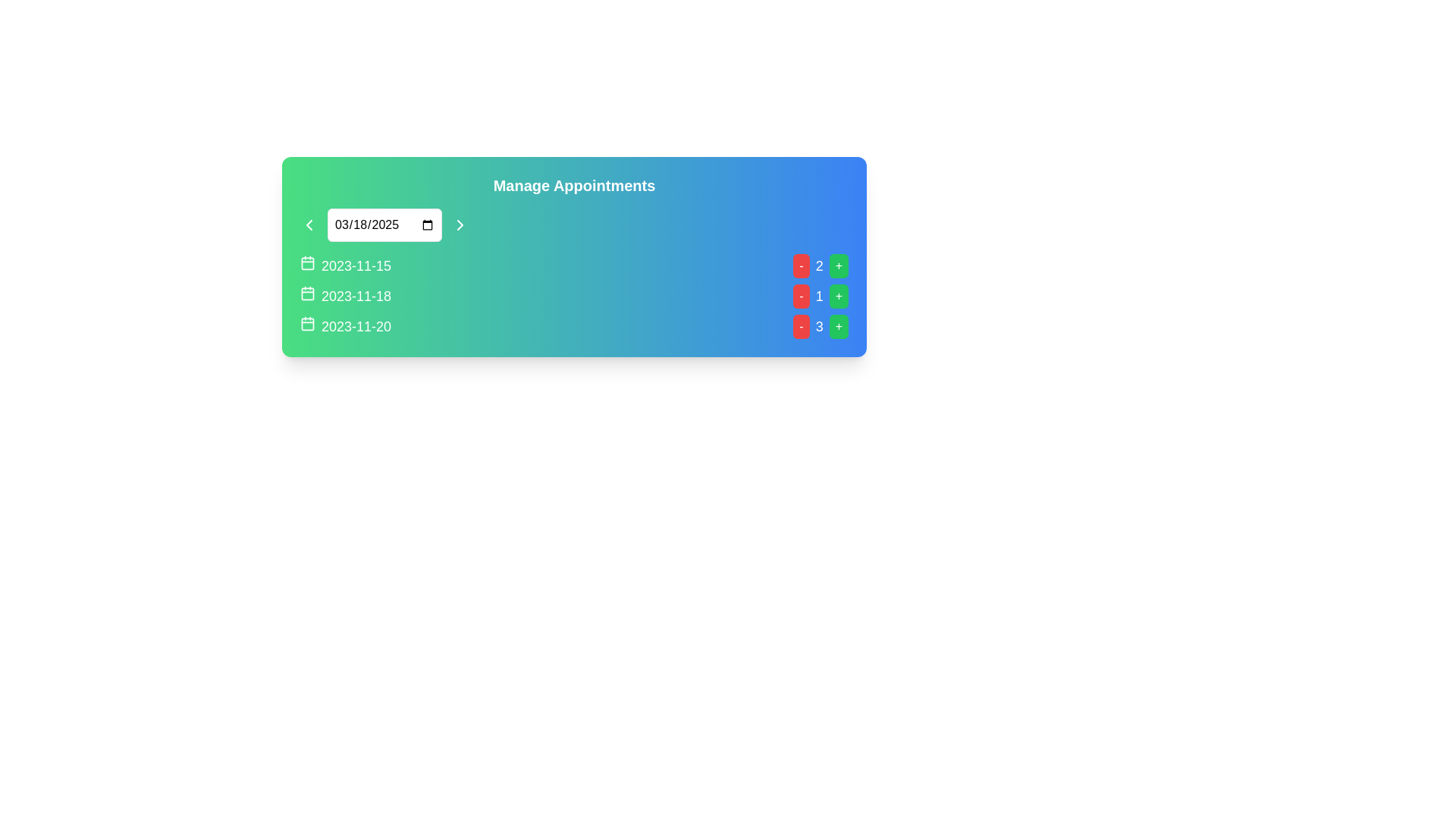 The image size is (1456, 819). I want to click on the second date entry button in the left section of the interface, so click(345, 296).